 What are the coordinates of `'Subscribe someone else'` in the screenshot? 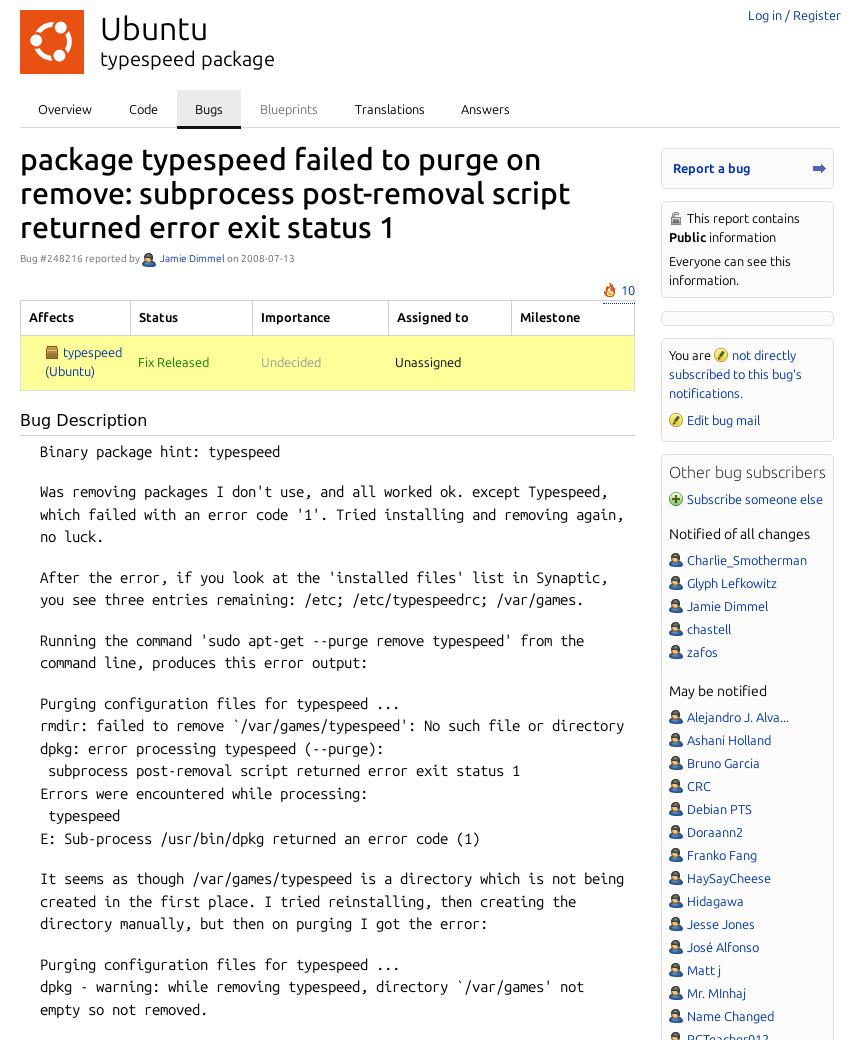 It's located at (753, 497).